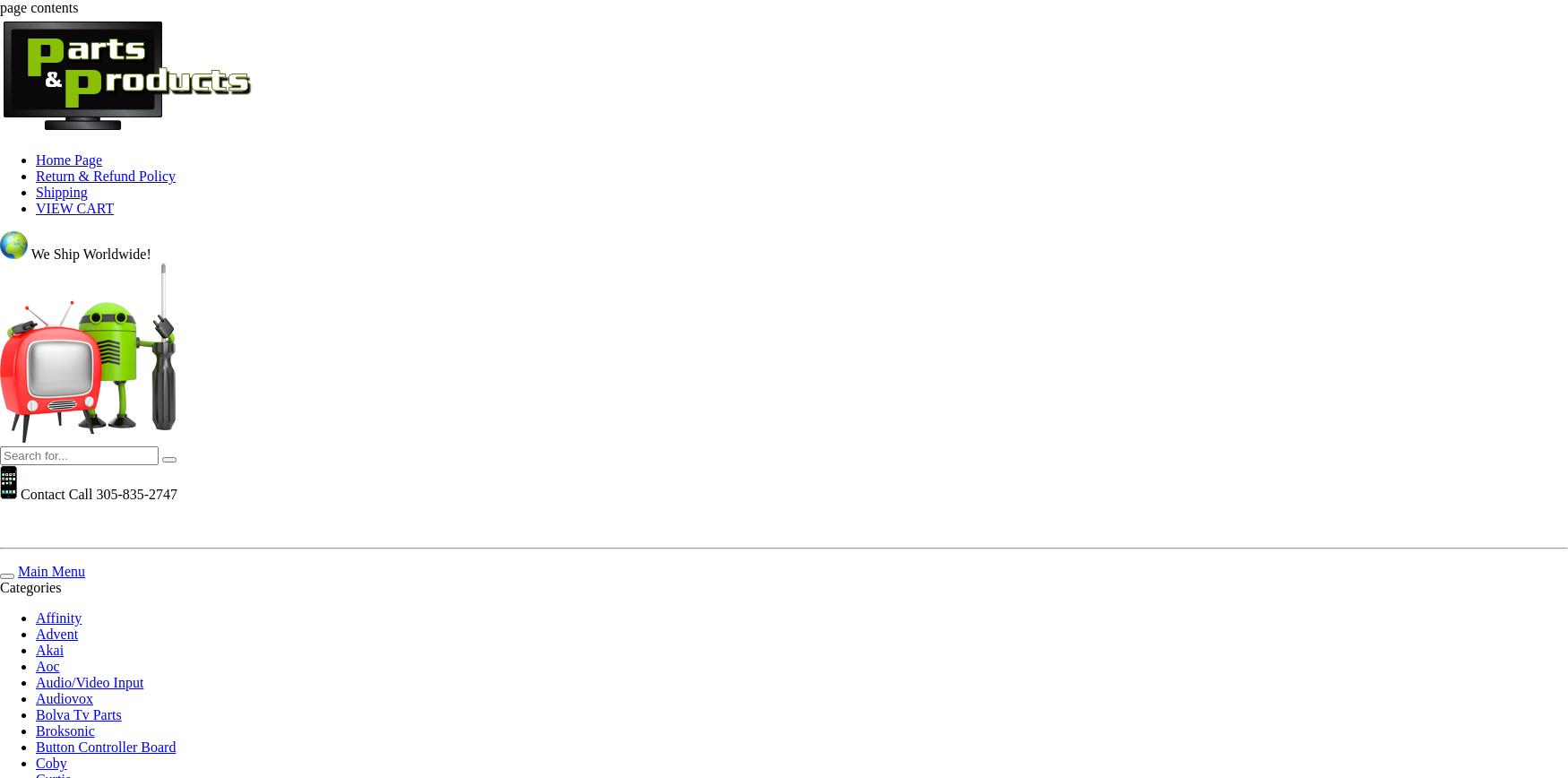 This screenshot has height=778, width=1568. I want to click on 'Affinity', so click(58, 618).